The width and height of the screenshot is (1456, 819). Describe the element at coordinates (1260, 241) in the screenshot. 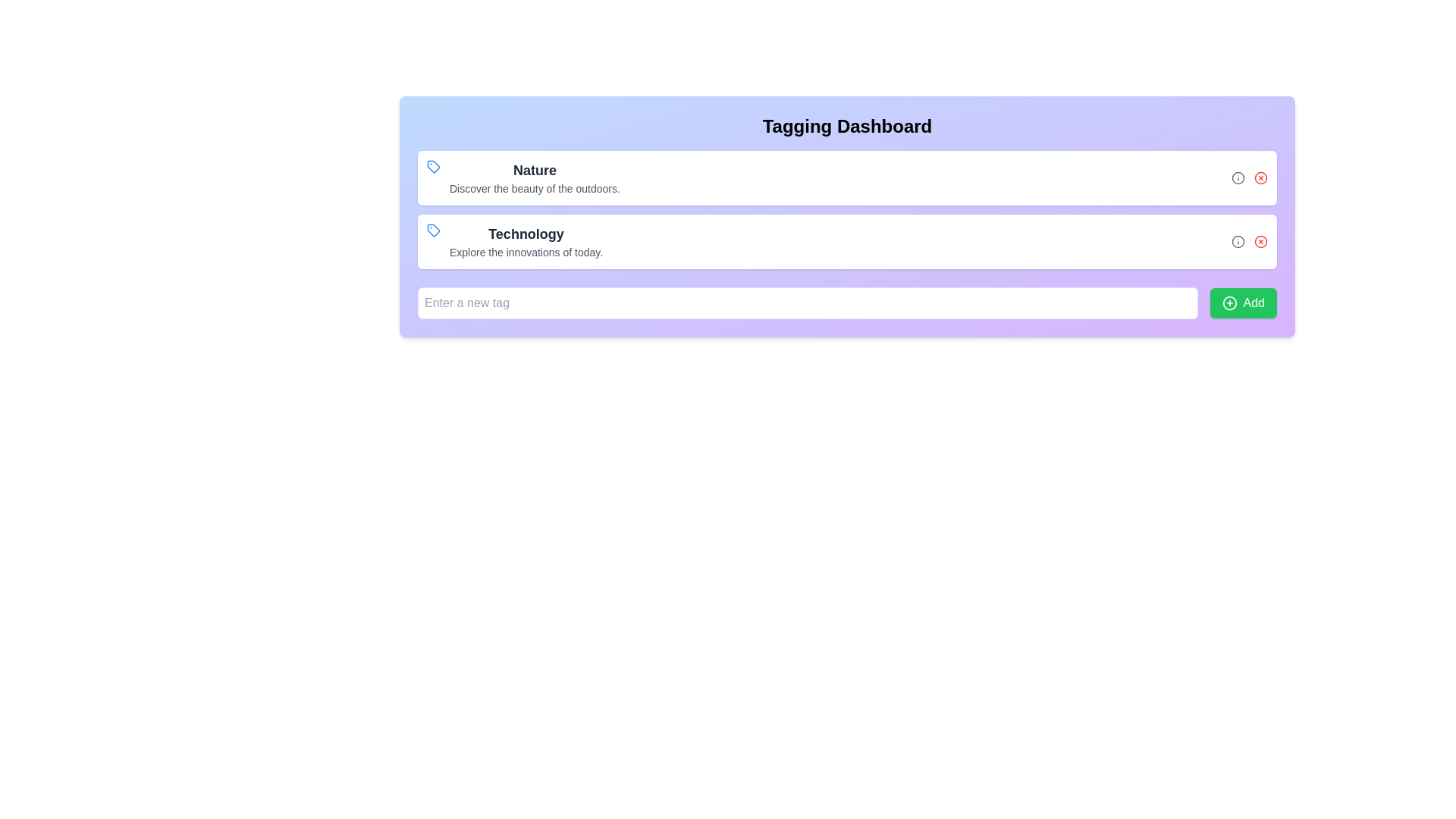

I see `the circular graphic element with a red fill, which is centrally positioned within an icon to the right of the 'Technology' list item` at that location.